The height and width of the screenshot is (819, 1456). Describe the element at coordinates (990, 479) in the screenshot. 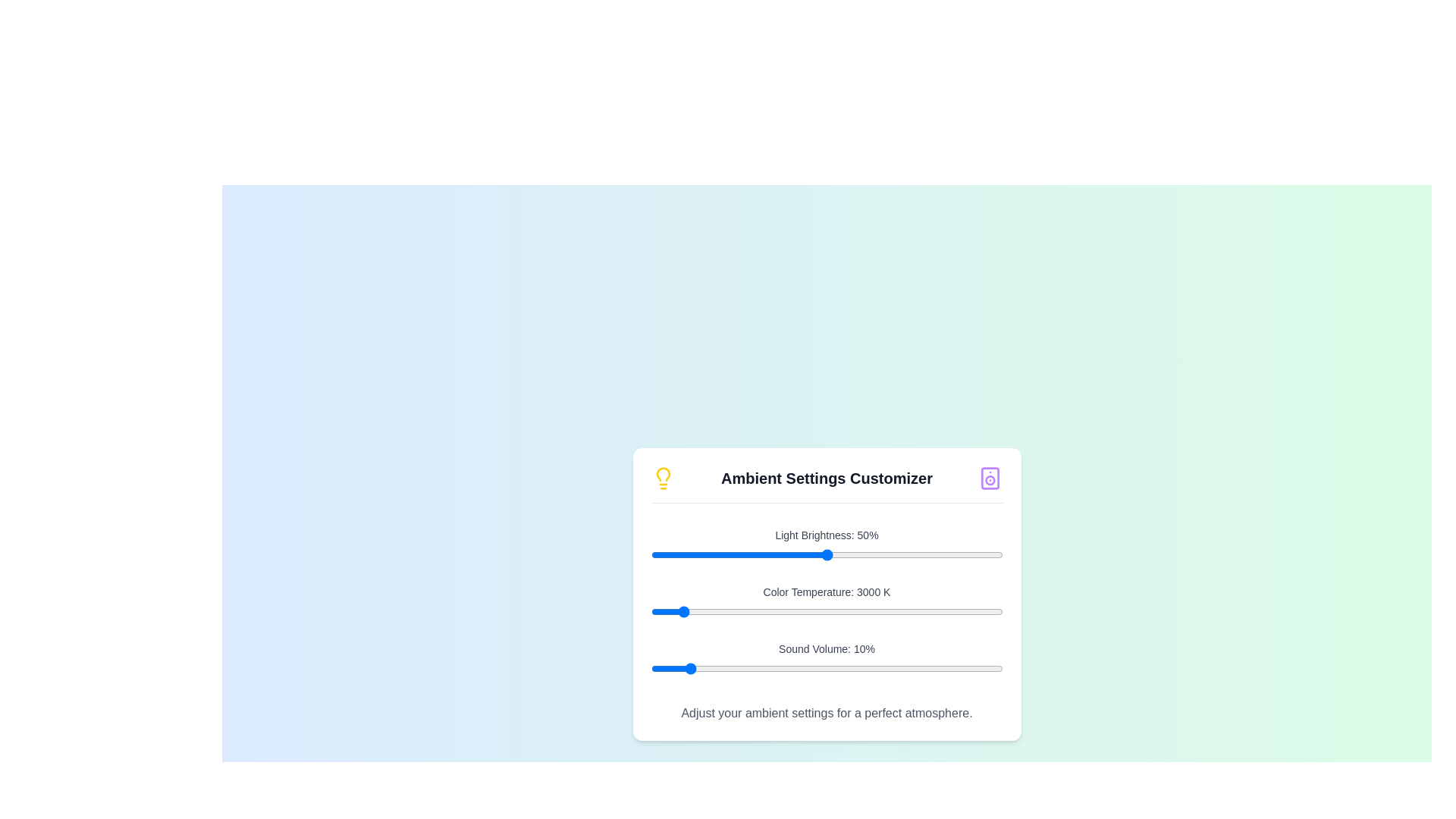

I see `the sound settings icon located in the upper-right corner of the 'Ambient Settings Customizer' section, which is the last icon in the header` at that location.